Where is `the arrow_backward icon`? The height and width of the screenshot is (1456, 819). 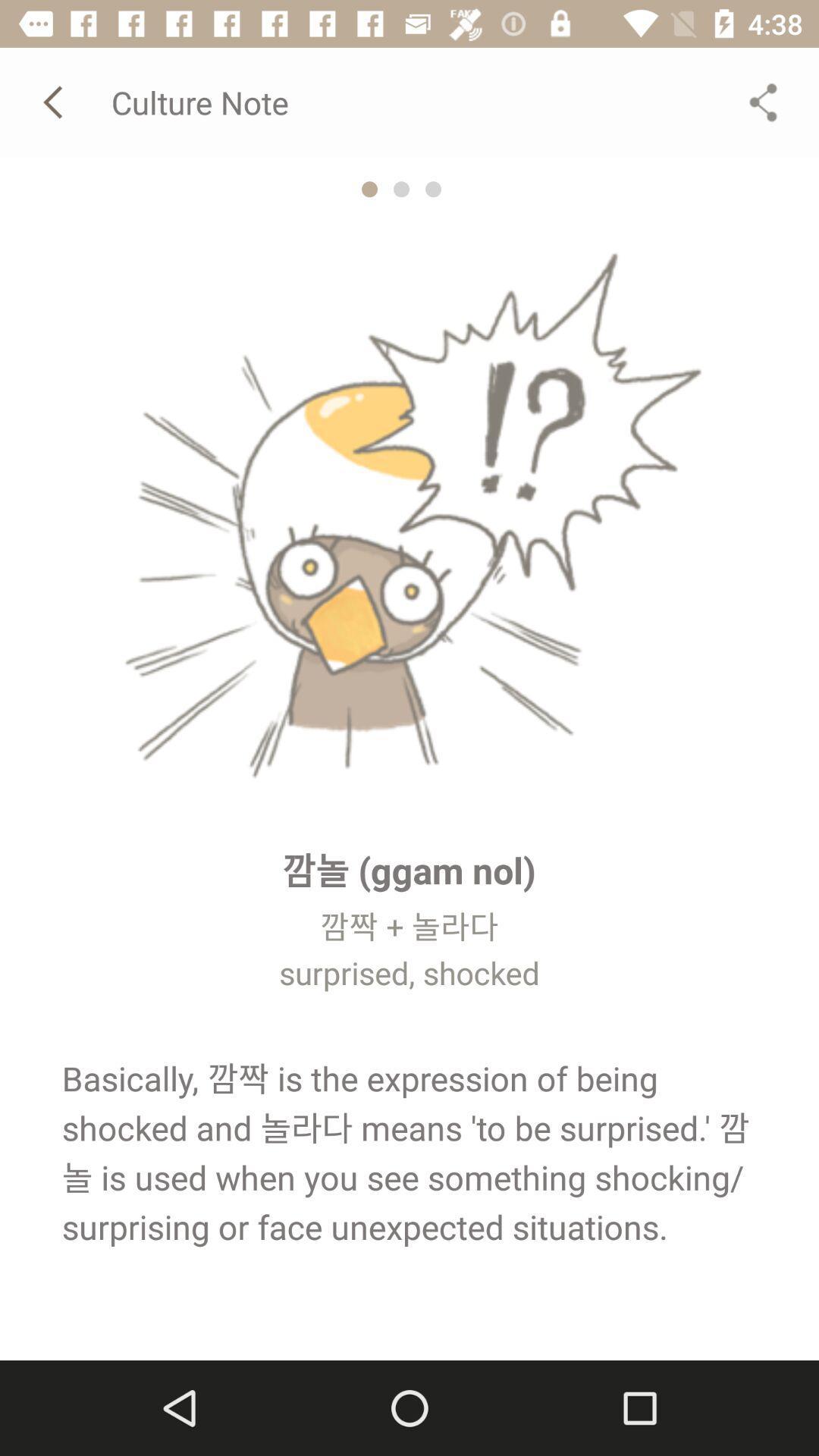 the arrow_backward icon is located at coordinates (55, 101).